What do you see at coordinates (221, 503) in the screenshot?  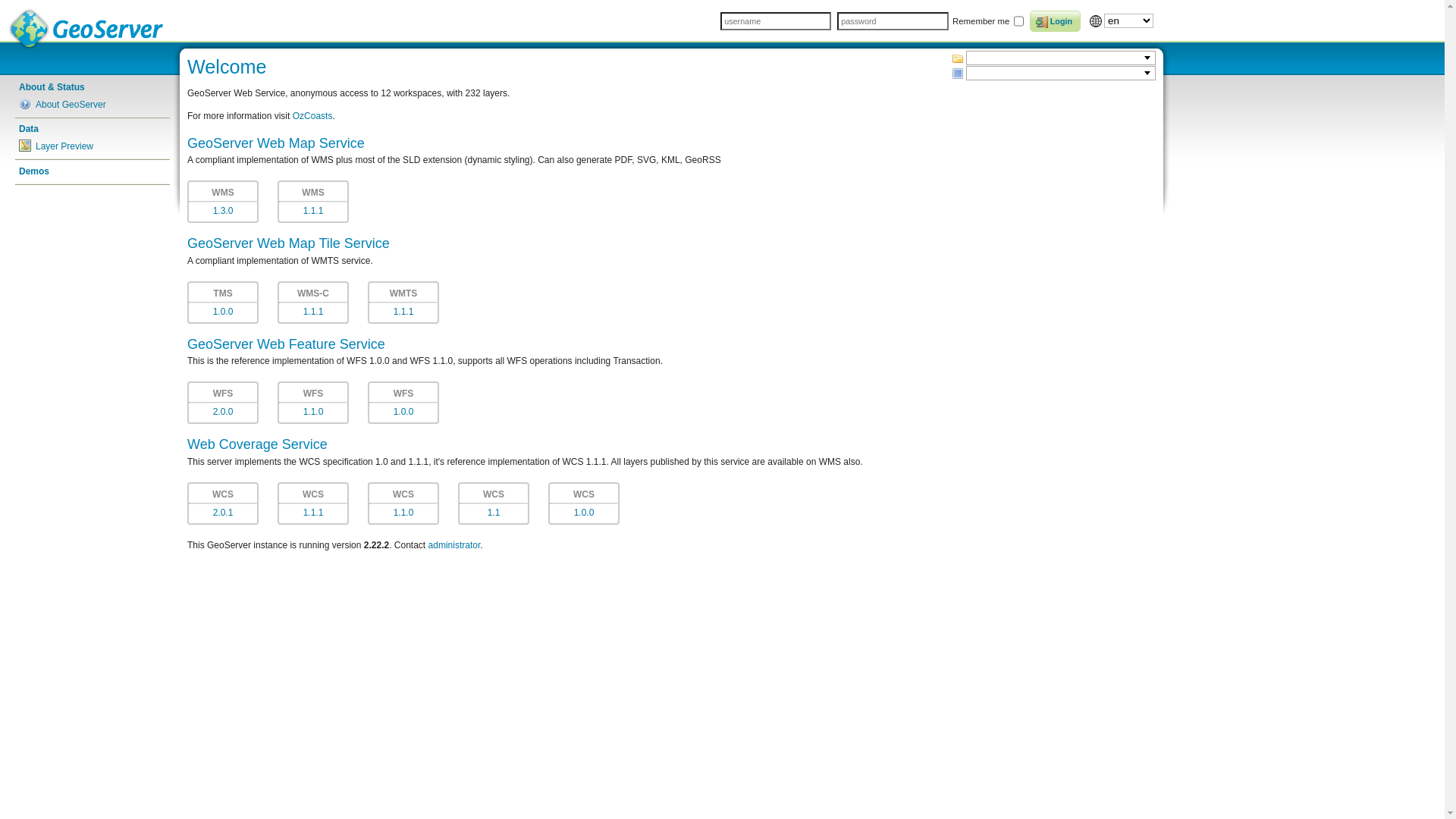 I see `'WCS` at bounding box center [221, 503].